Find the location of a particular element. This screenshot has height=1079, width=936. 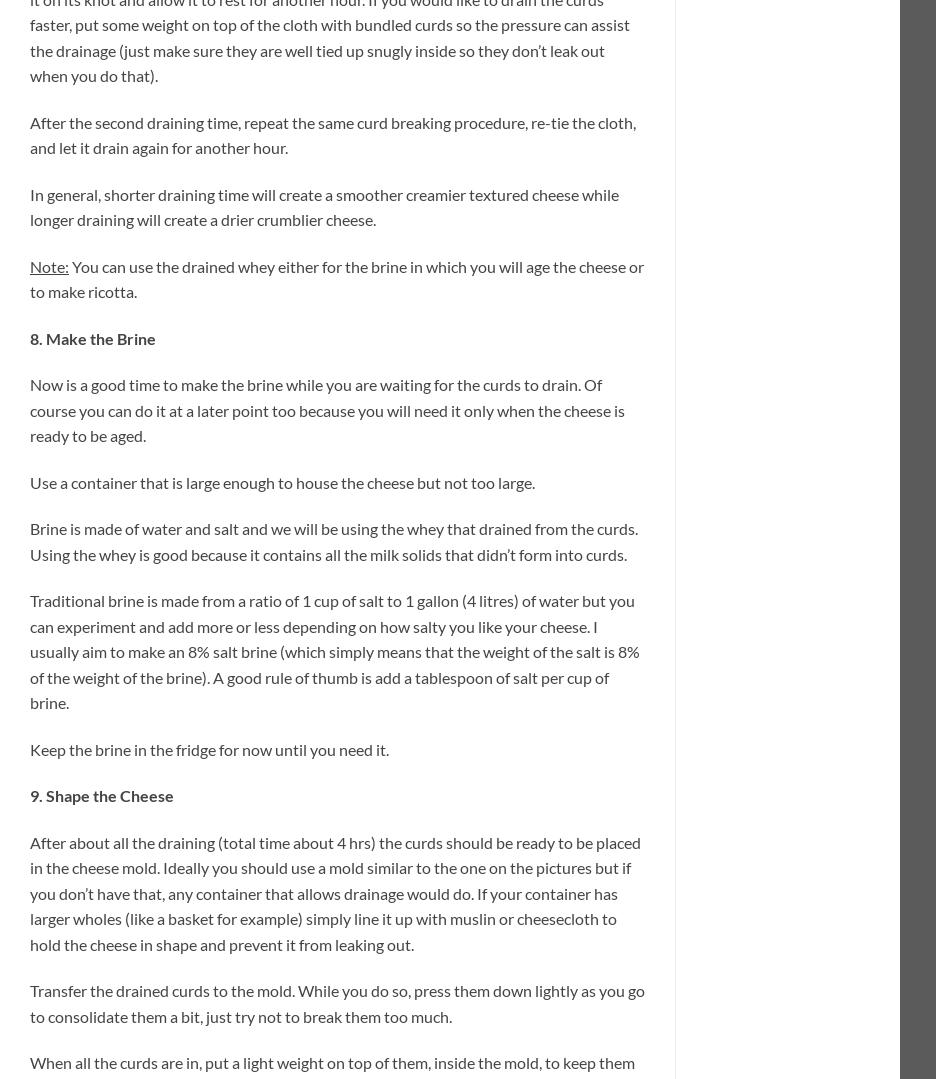

'After about all the draining (total time about 4 hrs) the curds should be ready to be placed in the cheese mold. Ideally you should use a mold similar to the one on the pictures but if you don’t have that, any container that allows drainage would do. If your container has larger wholes (like a basket for example) simply line it up with muslin or cheesecloth to hold the cheese in shape and prevent it from leaking out.' is located at coordinates (334, 891).